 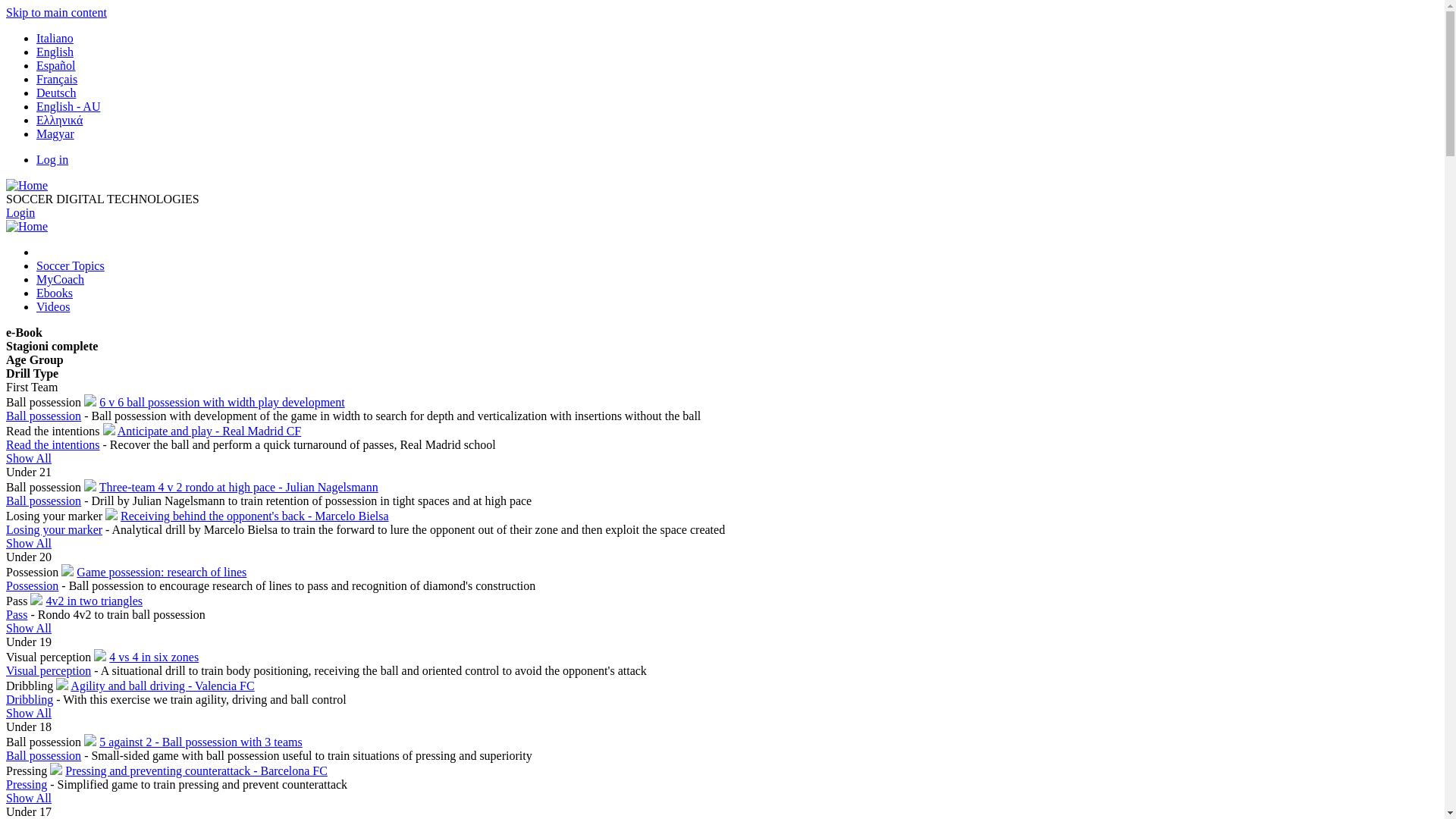 What do you see at coordinates (6, 12) in the screenshot?
I see `'Skip to main content'` at bounding box center [6, 12].